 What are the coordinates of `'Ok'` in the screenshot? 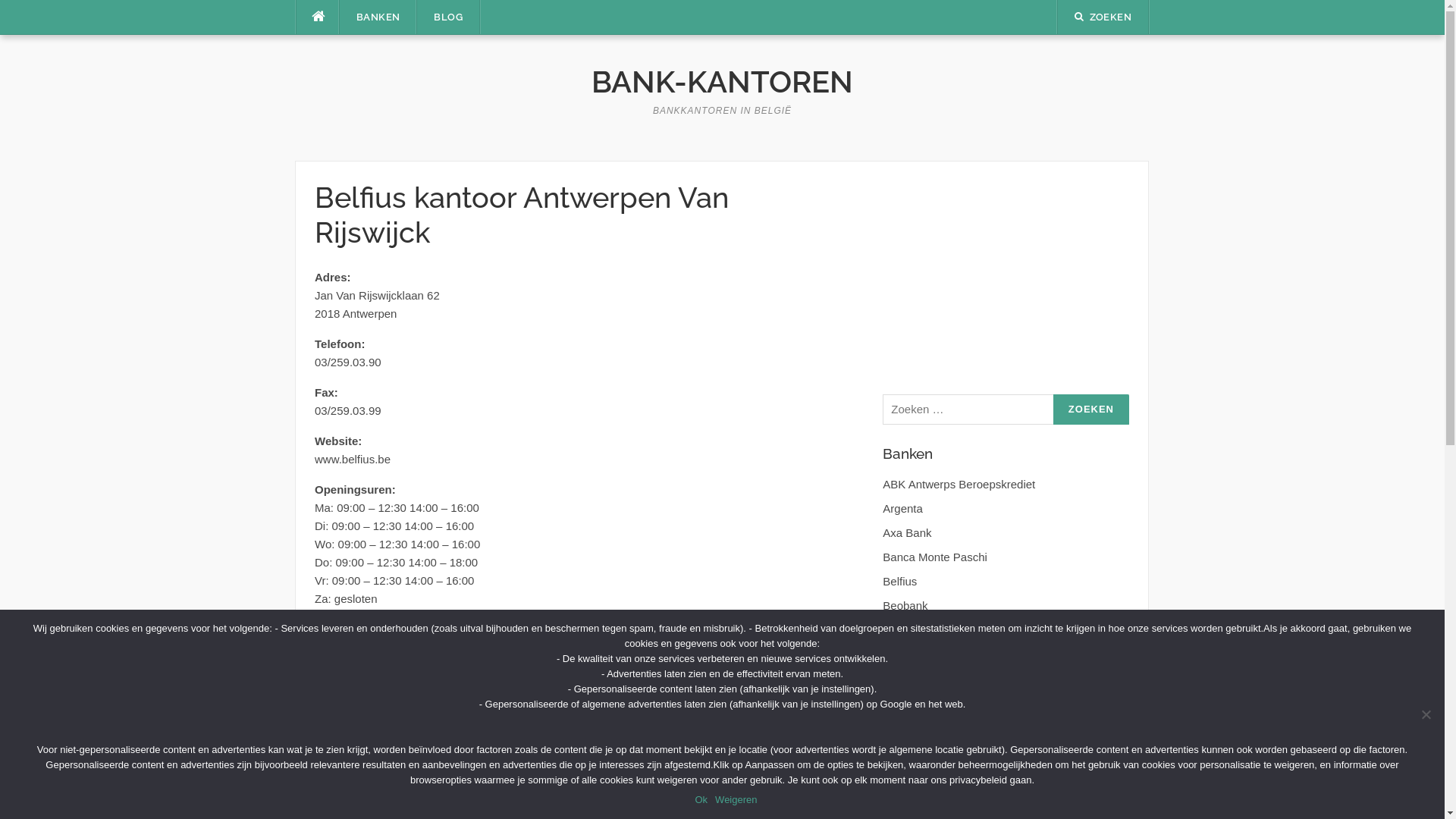 It's located at (700, 799).